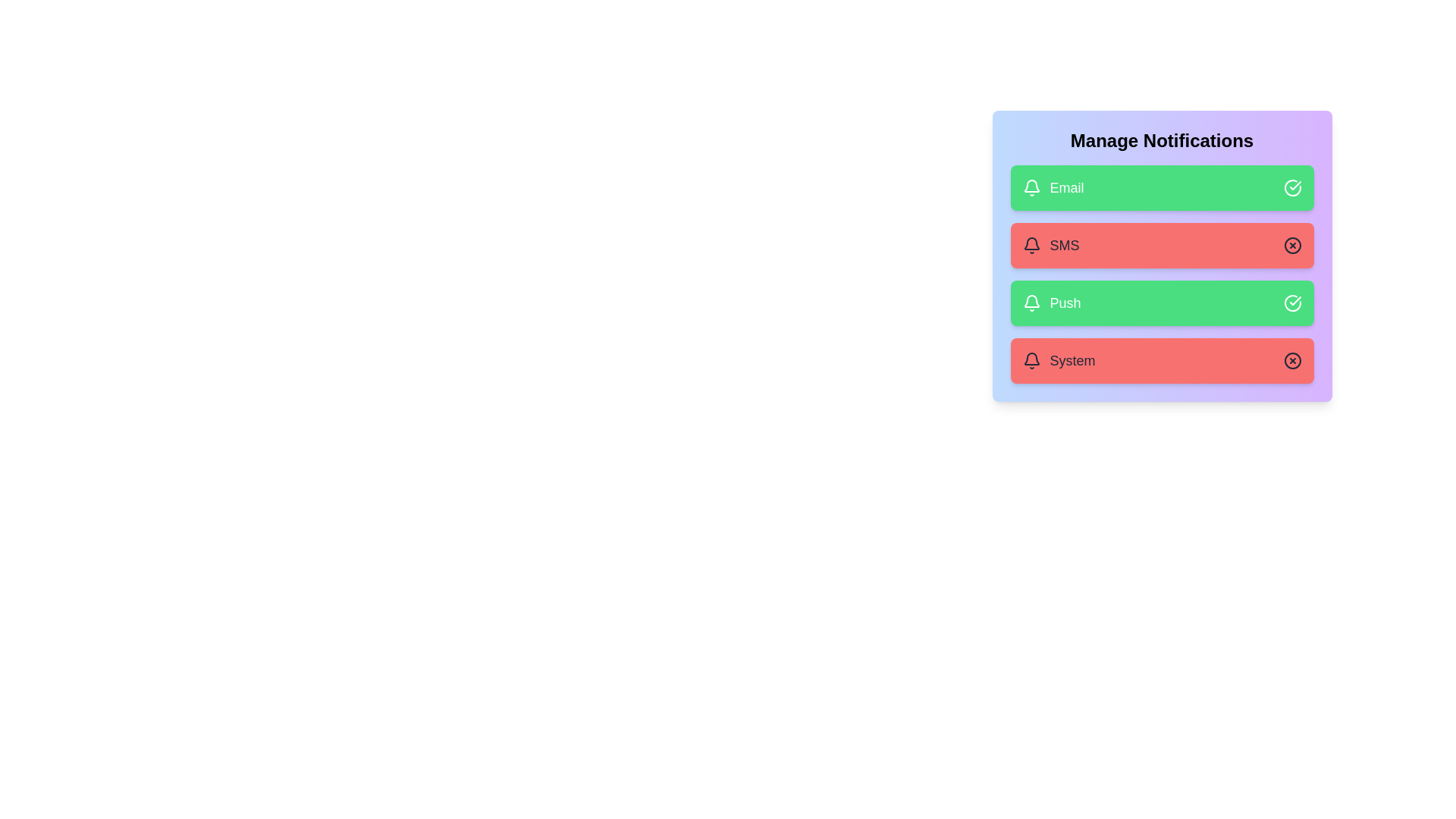 The height and width of the screenshot is (819, 1456). What do you see at coordinates (1161, 140) in the screenshot?
I see `the title 'Manage Notifications' to focus or select text` at bounding box center [1161, 140].